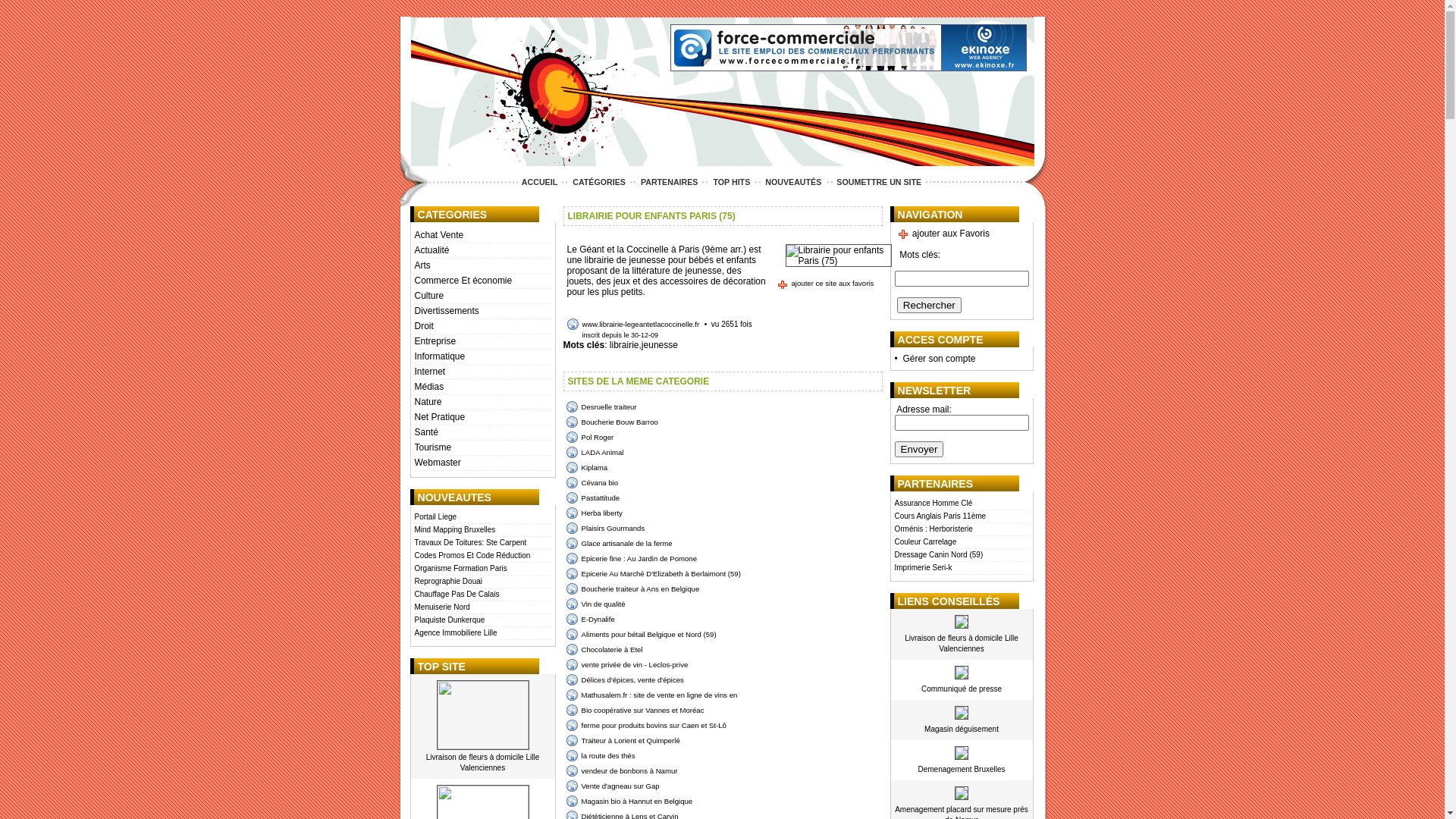  I want to click on 'Demenagement Bruxelles', so click(960, 769).